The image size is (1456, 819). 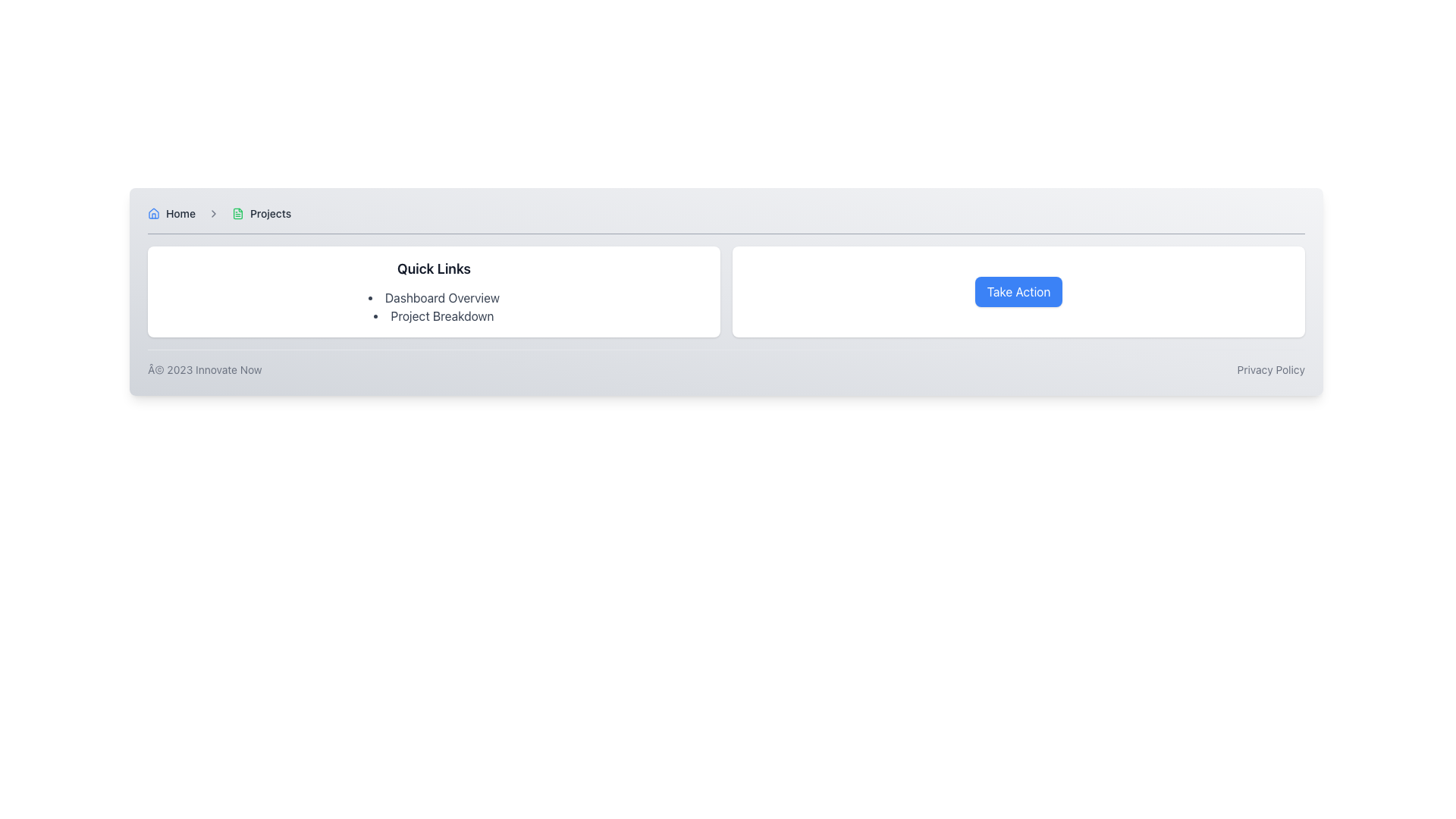 I want to click on the primary rectangular base of the file icon located in the breadcrumb navigation bar at the top of the page, so click(x=237, y=213).